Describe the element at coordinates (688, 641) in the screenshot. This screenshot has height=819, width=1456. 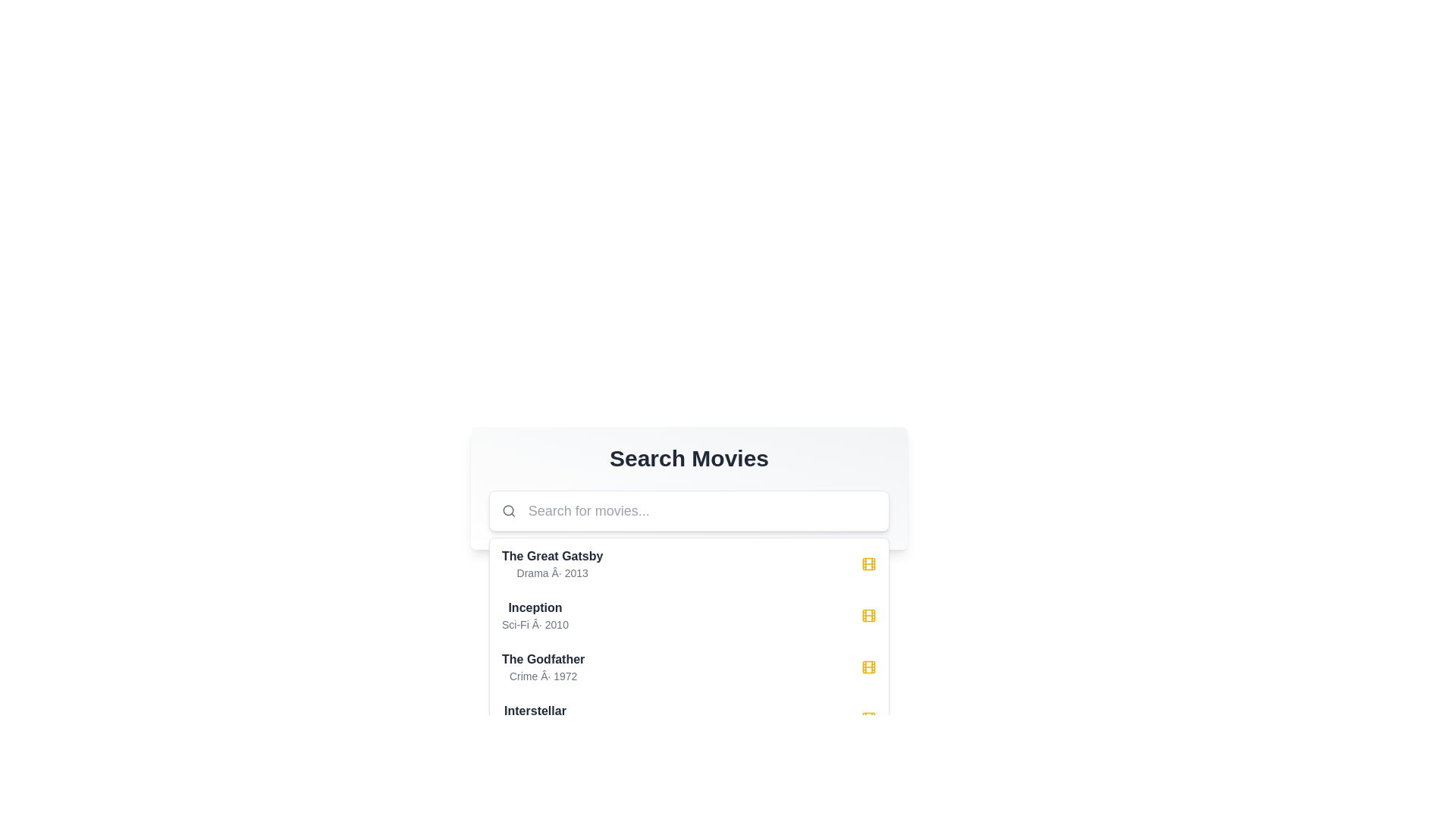
I see `the third item` at that location.